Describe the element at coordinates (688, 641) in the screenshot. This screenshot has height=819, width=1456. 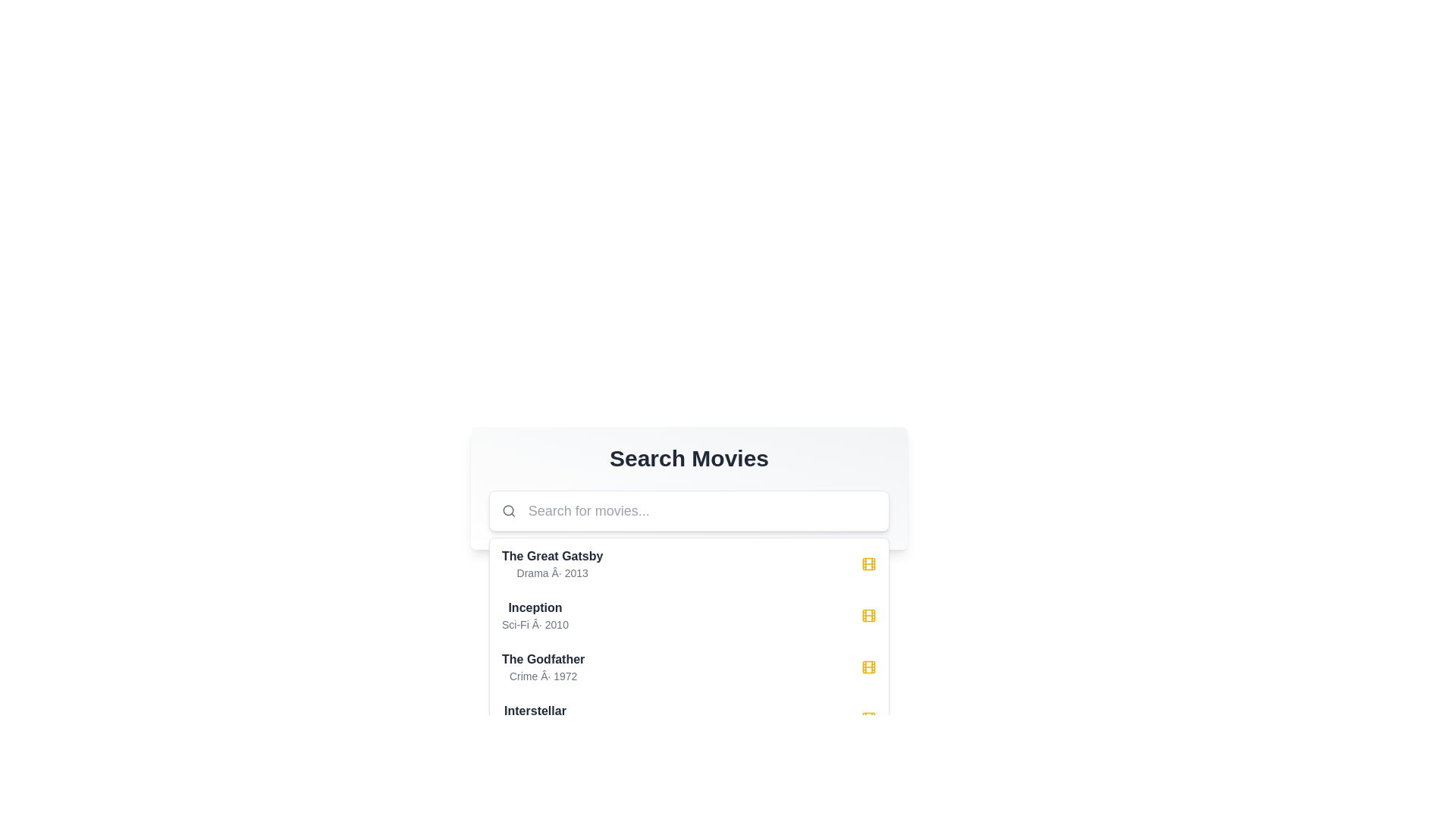
I see `the third item` at that location.